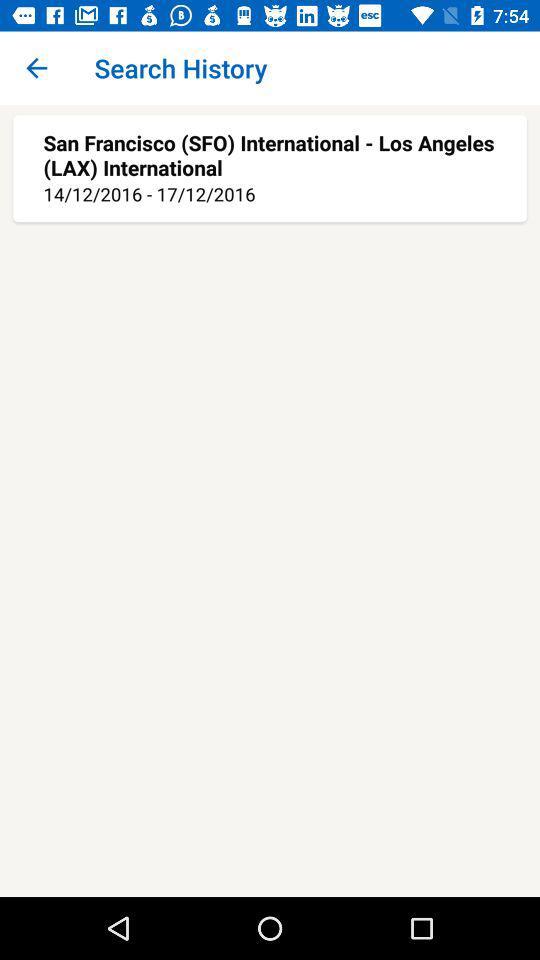  What do you see at coordinates (36, 68) in the screenshot?
I see `the item next to search history app` at bounding box center [36, 68].